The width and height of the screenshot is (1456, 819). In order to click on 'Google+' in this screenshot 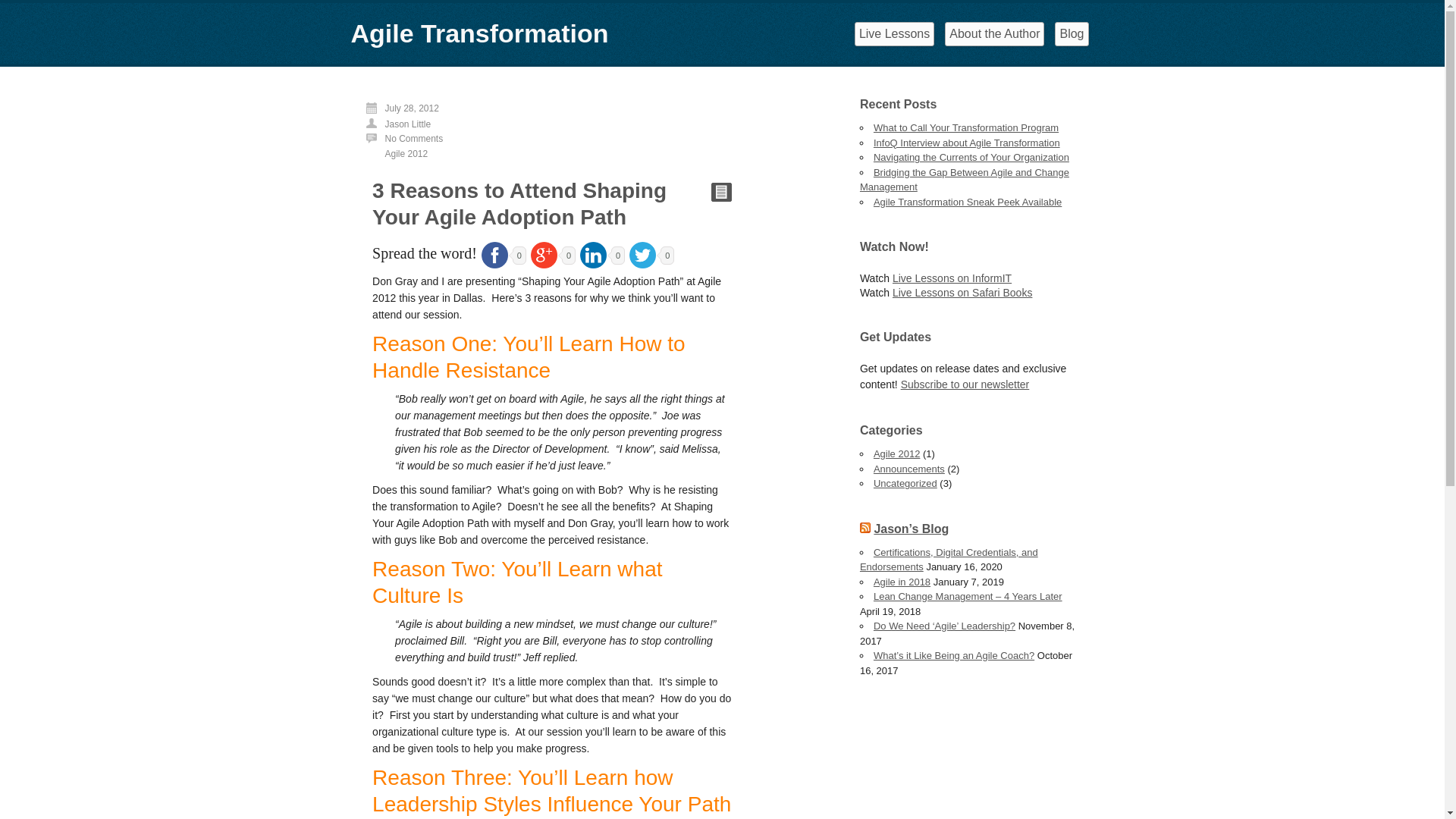, I will do `click(544, 254)`.